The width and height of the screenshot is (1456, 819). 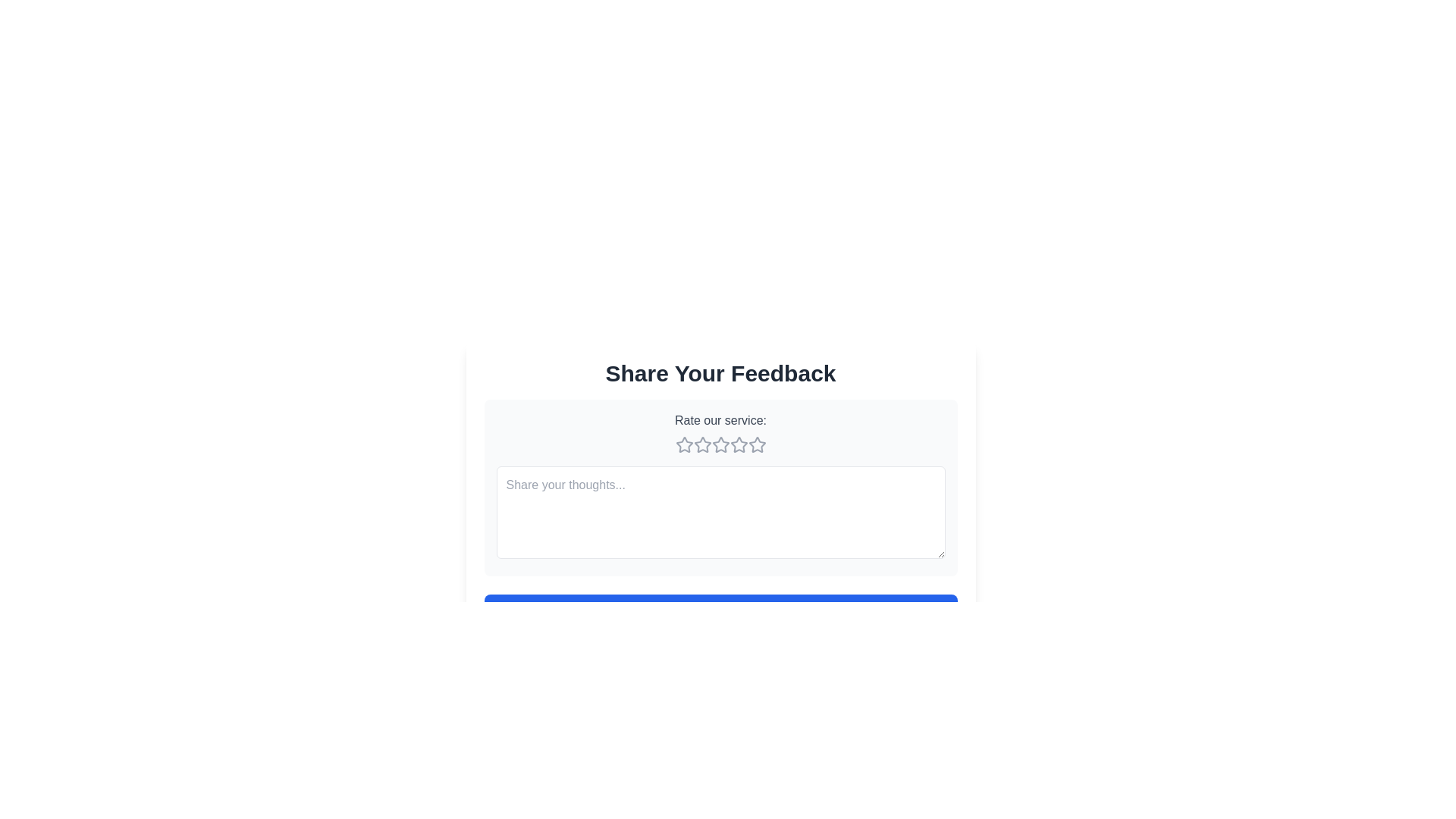 What do you see at coordinates (701, 444) in the screenshot?
I see `the first outlined star icon in the row of five stars under the 'Rate our service:' header` at bounding box center [701, 444].